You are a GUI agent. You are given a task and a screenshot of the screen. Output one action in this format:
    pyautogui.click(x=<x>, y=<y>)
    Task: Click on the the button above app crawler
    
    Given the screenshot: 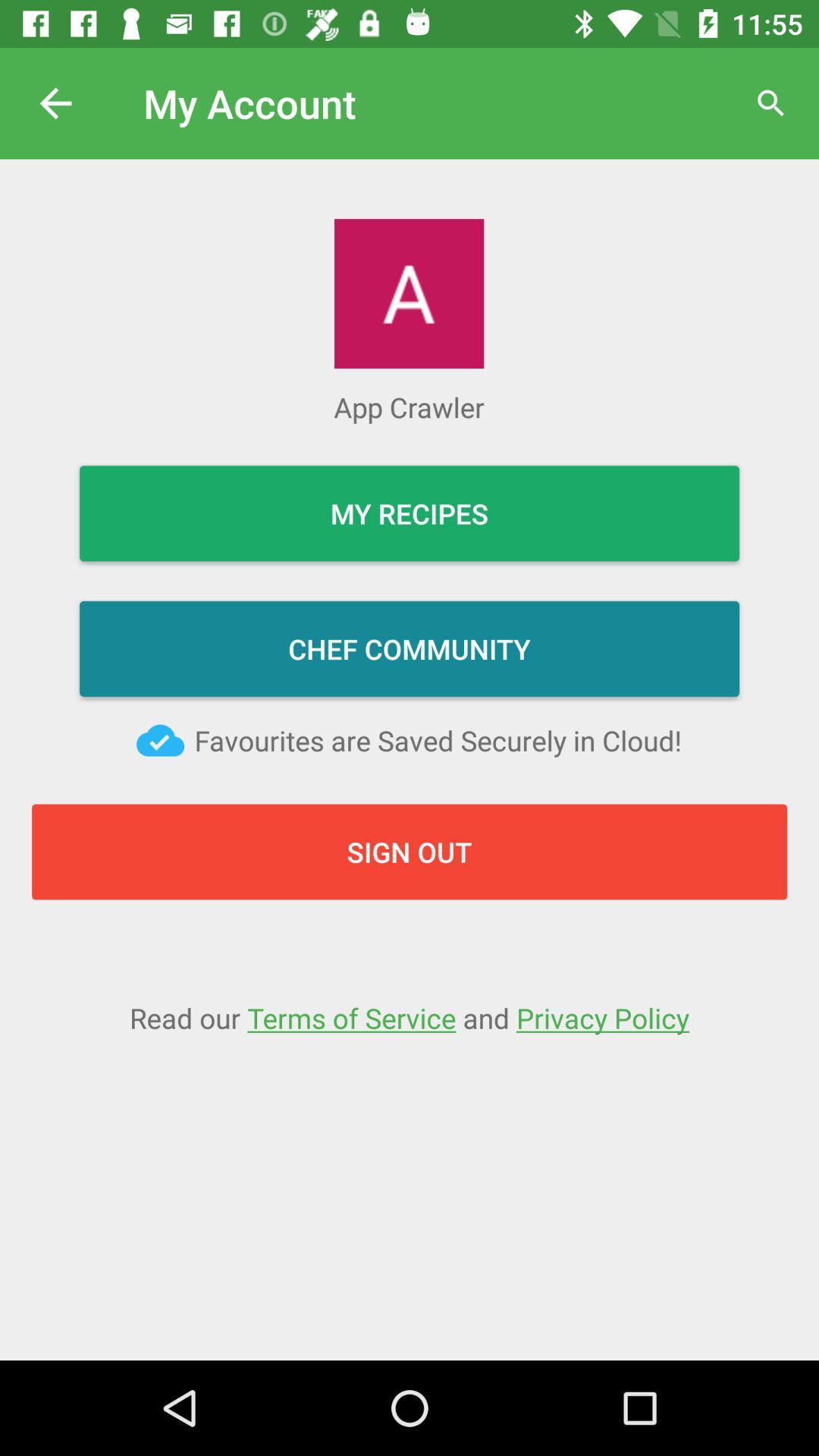 What is the action you would take?
    pyautogui.click(x=408, y=293)
    